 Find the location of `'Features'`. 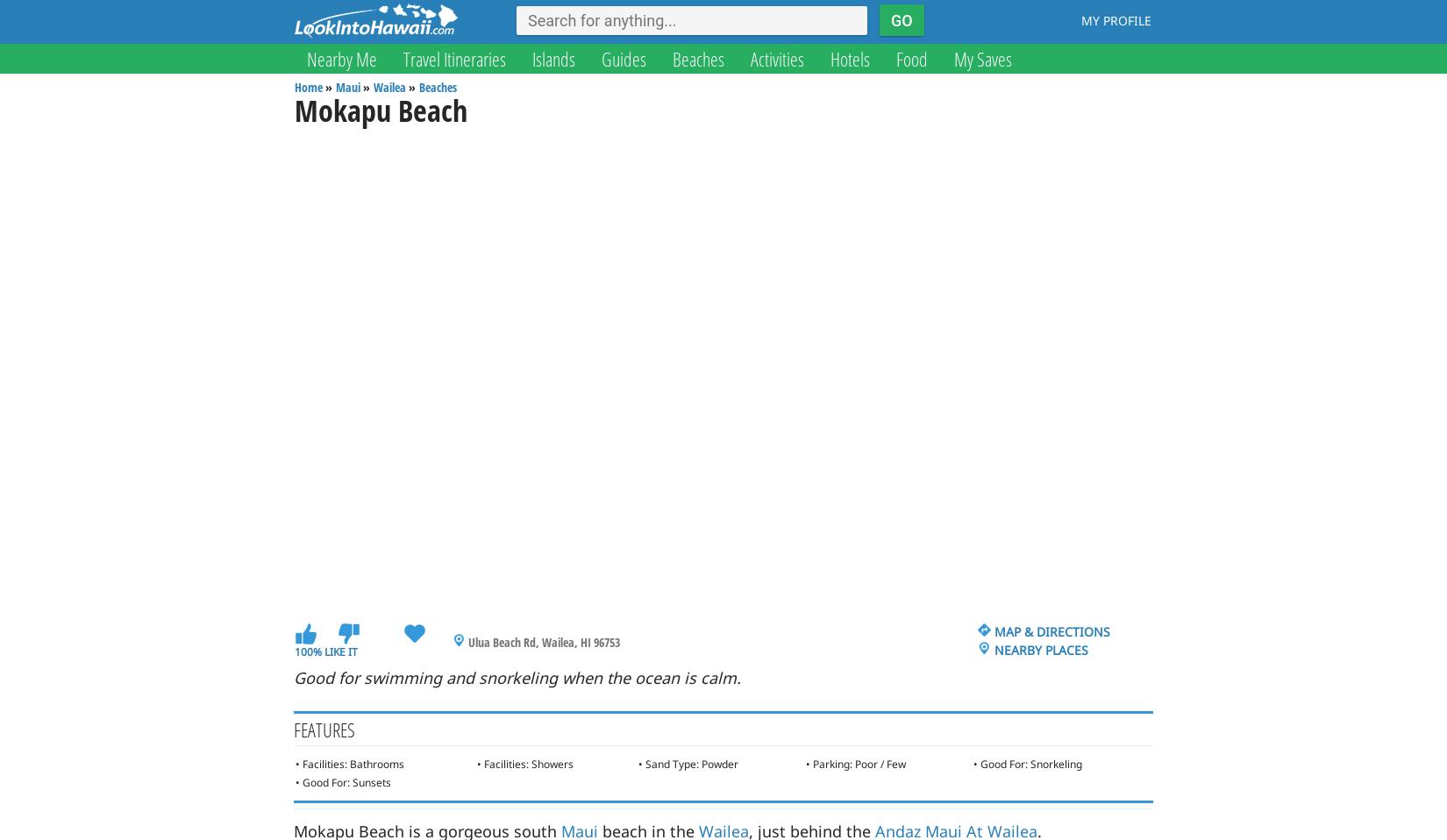

'Features' is located at coordinates (324, 729).